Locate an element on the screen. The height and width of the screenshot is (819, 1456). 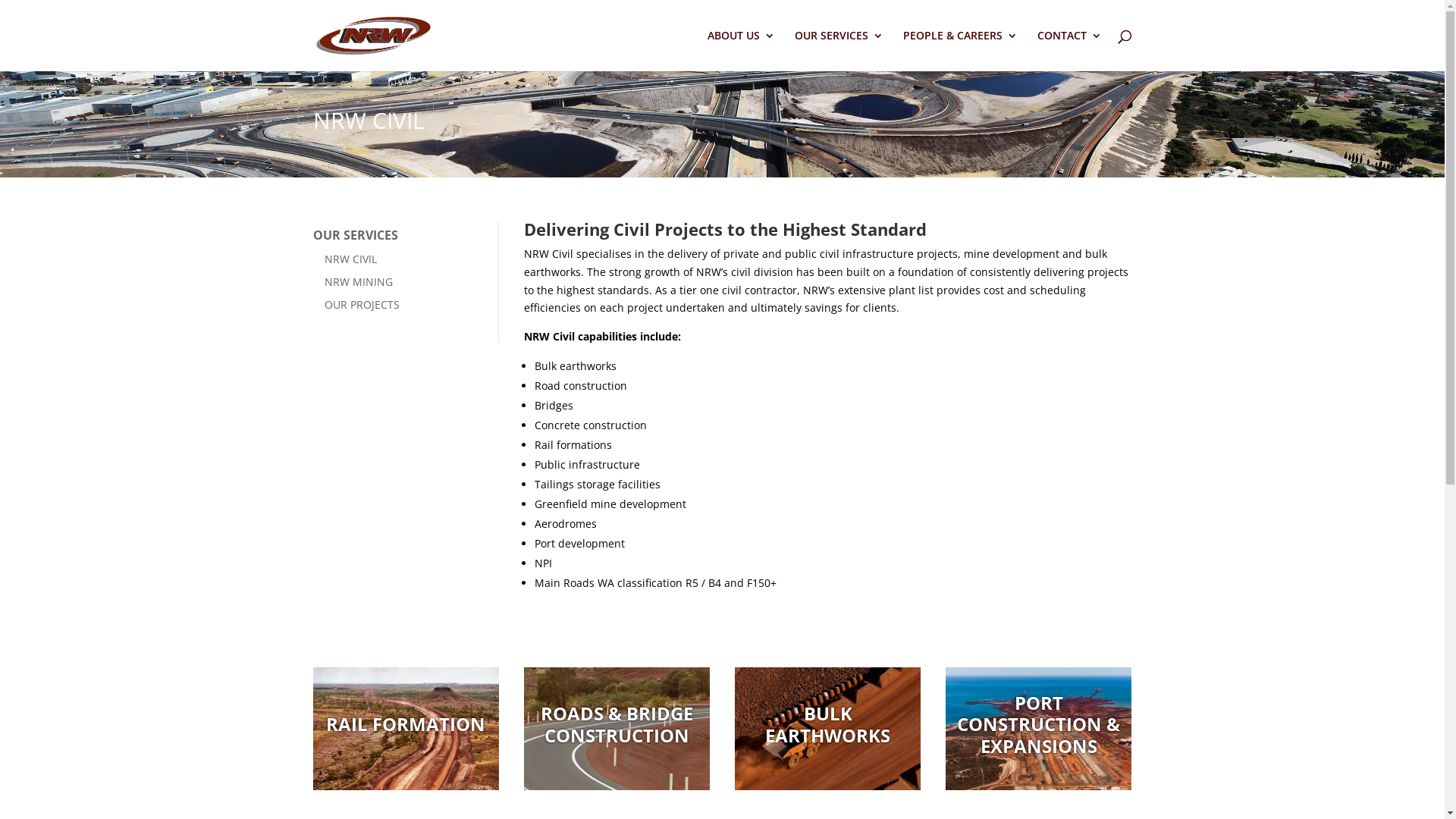
'ROADS & BRIDGE CONSTRUCTION' is located at coordinates (617, 724).